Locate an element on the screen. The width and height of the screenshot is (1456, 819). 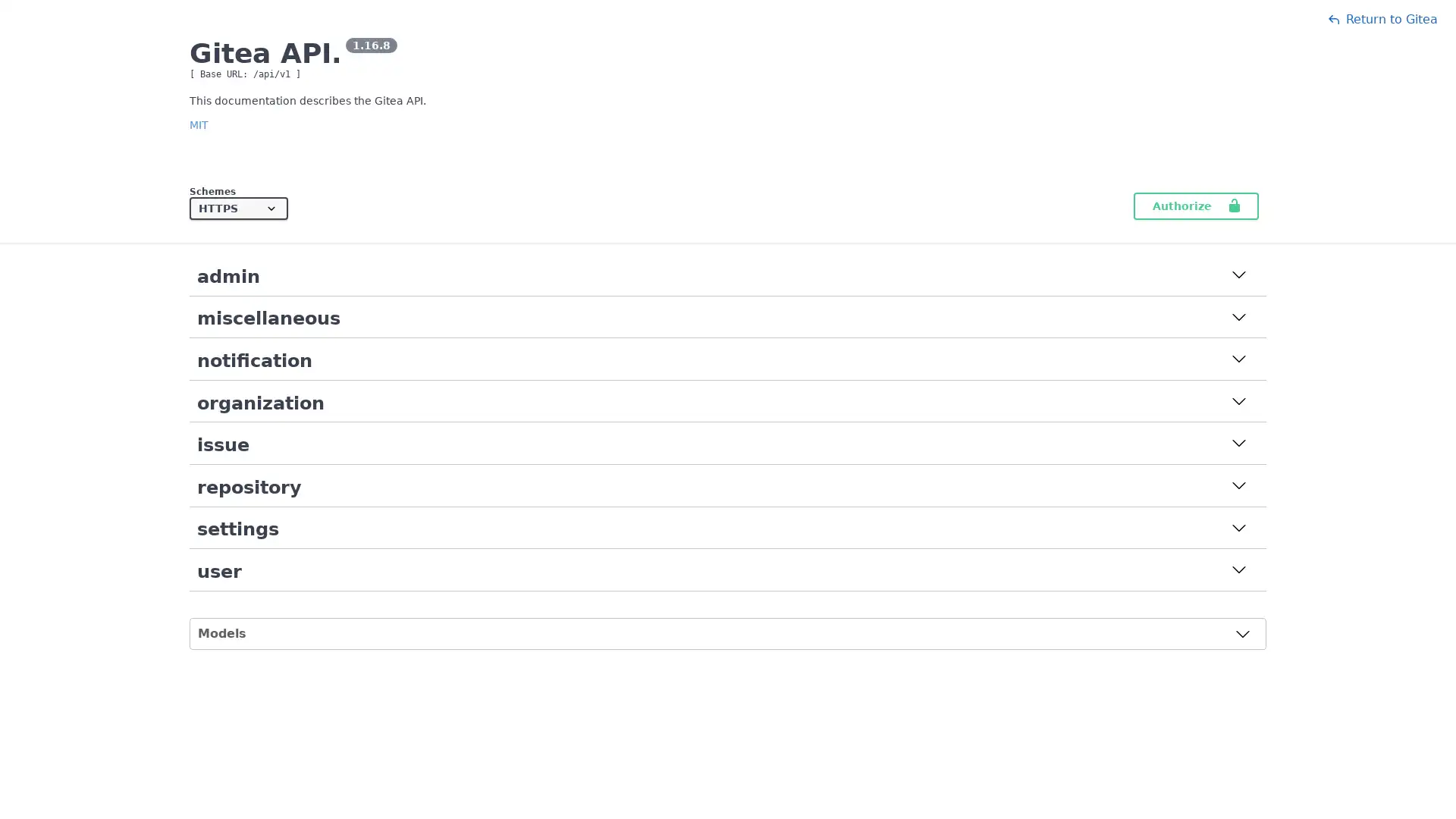
Expand operation is located at coordinates (1238, 276).